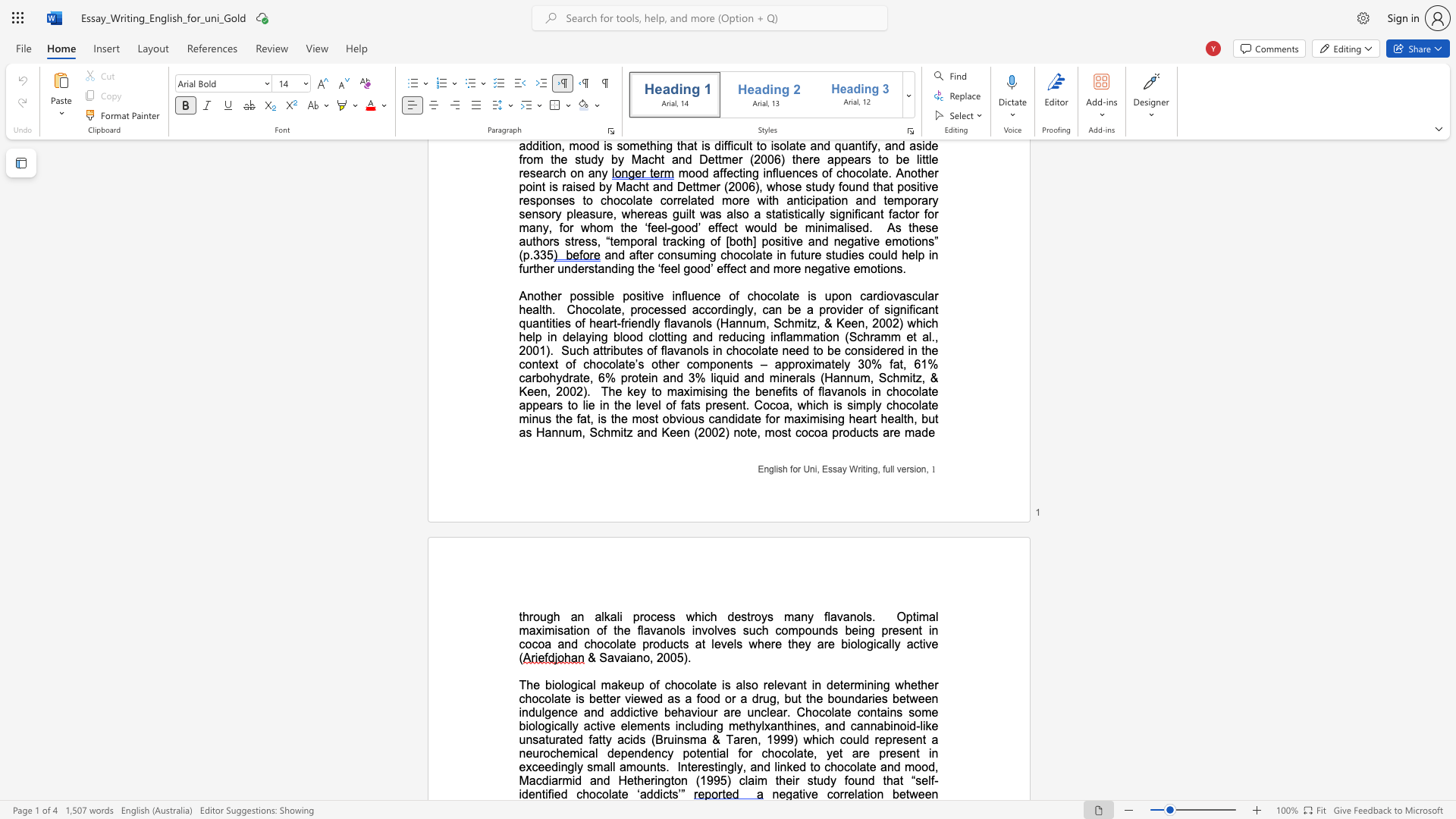 The image size is (1456, 819). I want to click on the subset text "ny flavanol" within the text "through an alkali process which destroys many flavanols", so click(800, 617).